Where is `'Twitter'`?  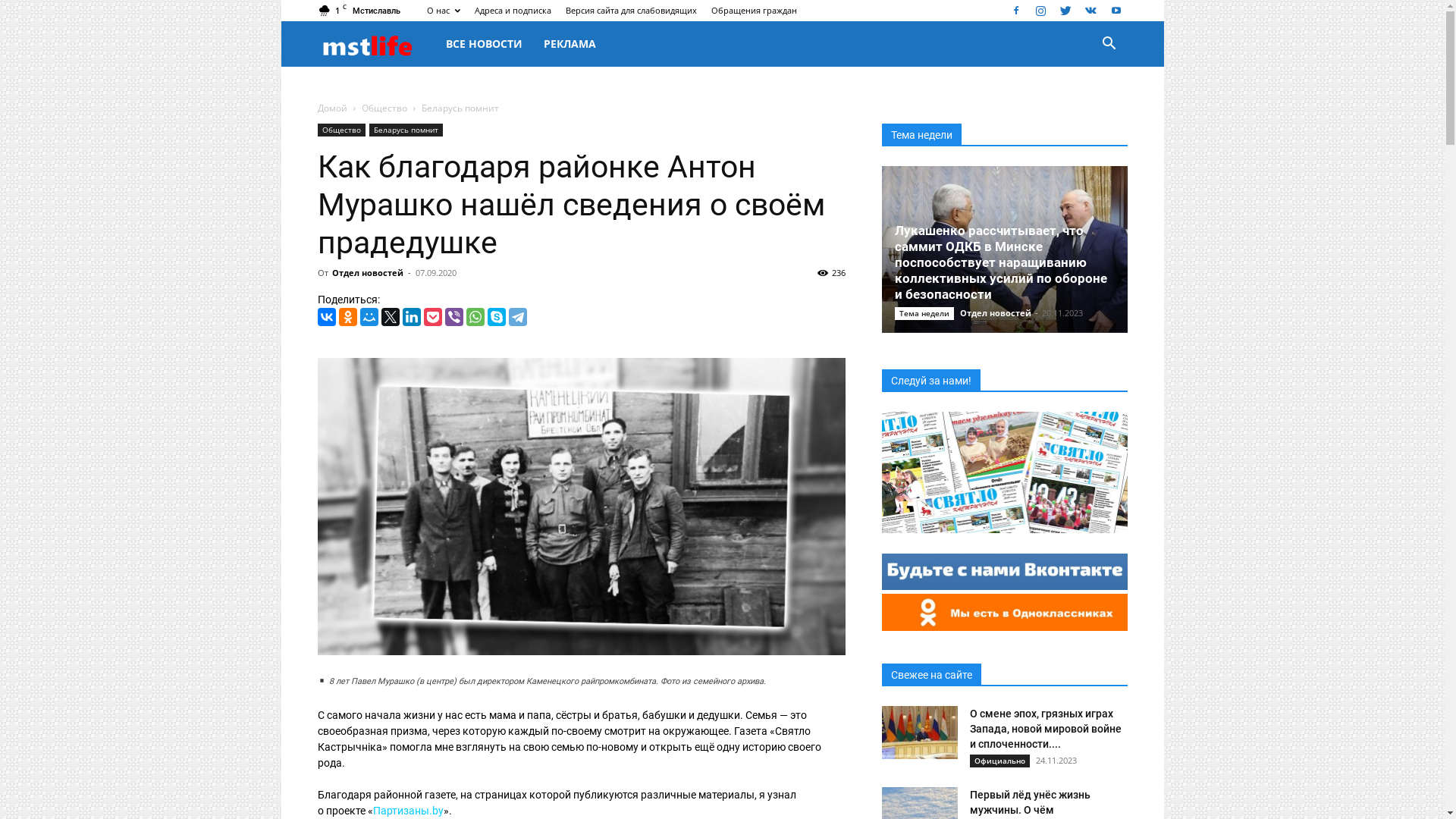 'Twitter' is located at coordinates (1065, 11).